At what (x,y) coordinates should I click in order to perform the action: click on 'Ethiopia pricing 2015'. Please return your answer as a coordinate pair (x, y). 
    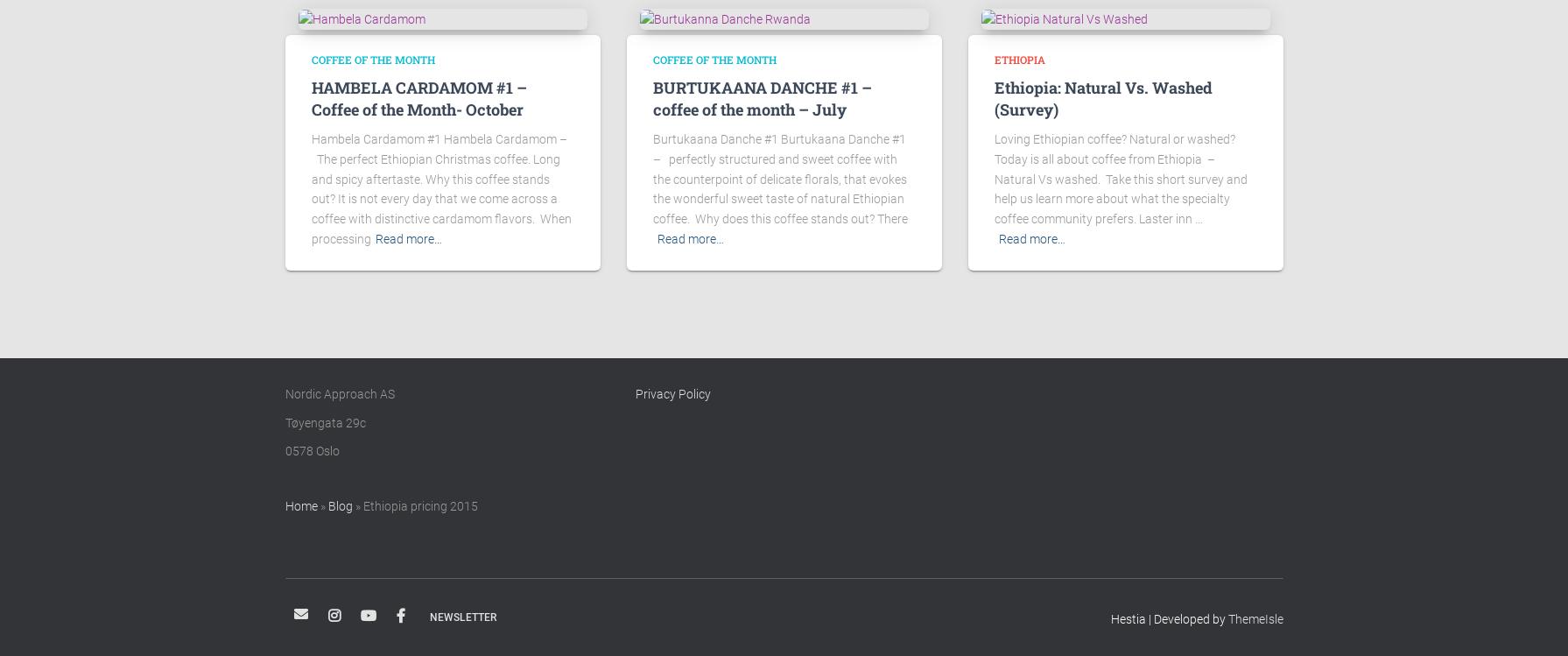
    Looking at the image, I should click on (419, 506).